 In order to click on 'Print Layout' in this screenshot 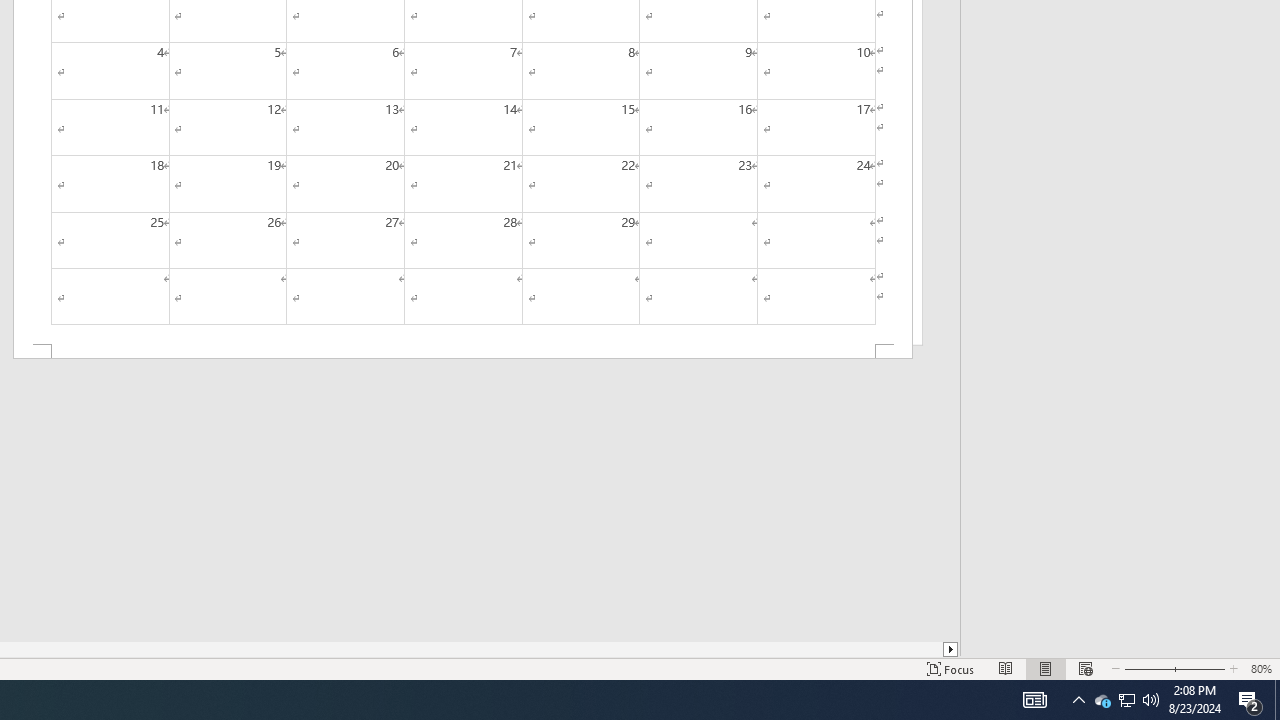, I will do `click(1045, 669)`.